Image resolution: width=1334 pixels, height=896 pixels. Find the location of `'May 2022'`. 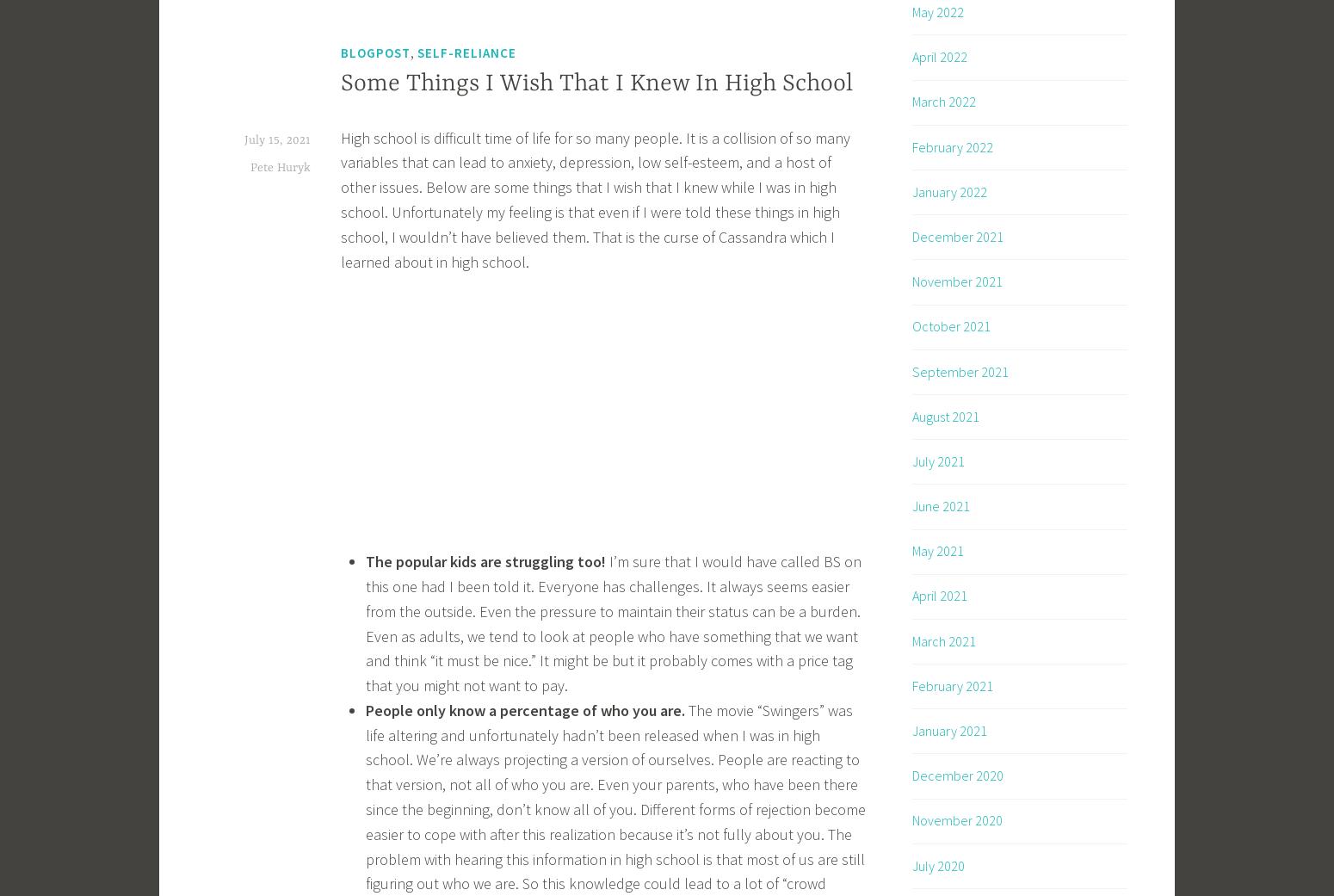

'May 2022' is located at coordinates (936, 10).